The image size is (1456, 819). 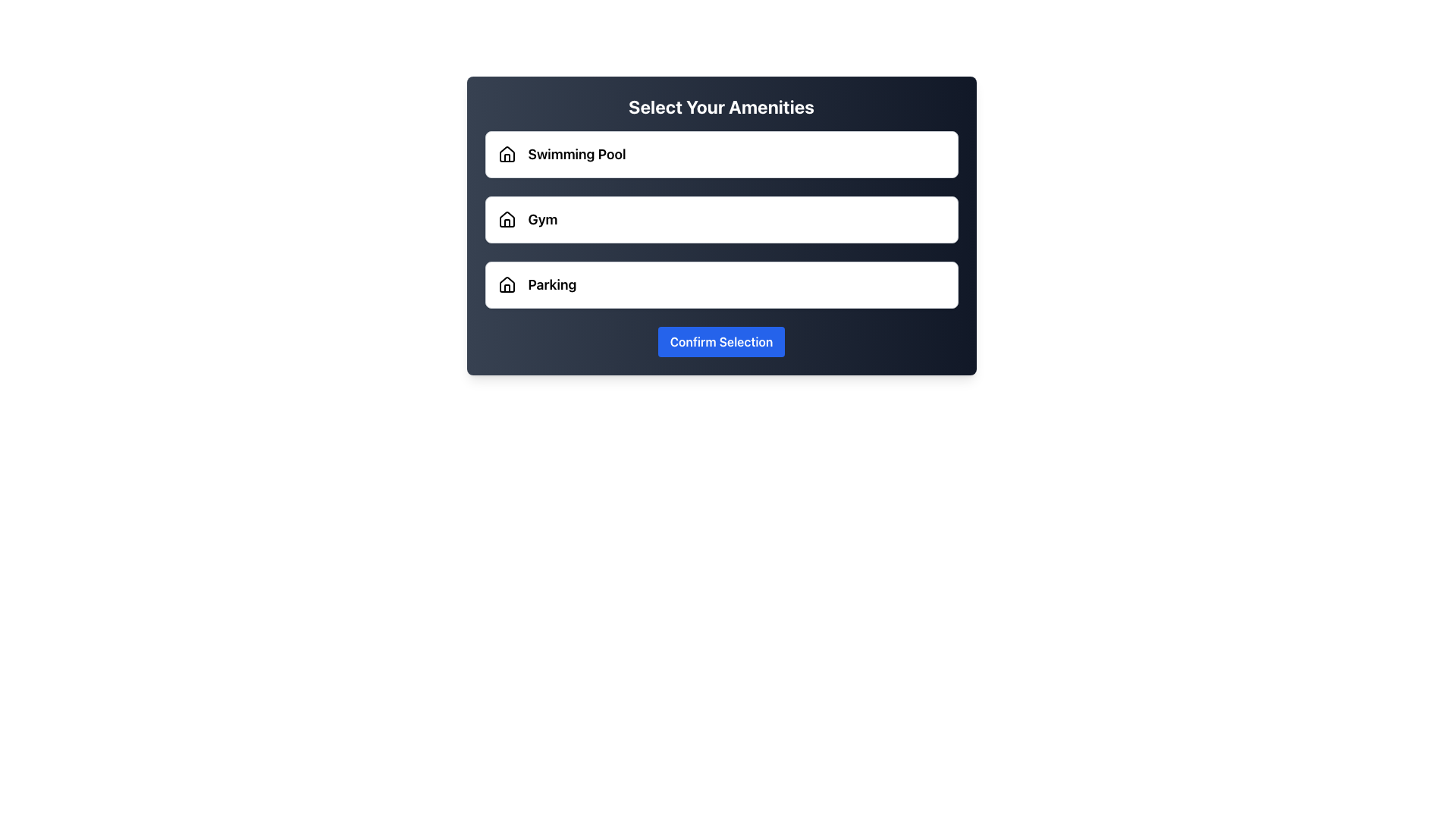 What do you see at coordinates (507, 155) in the screenshot?
I see `the leftmost icon representing the 'Swimming Pool' option` at bounding box center [507, 155].